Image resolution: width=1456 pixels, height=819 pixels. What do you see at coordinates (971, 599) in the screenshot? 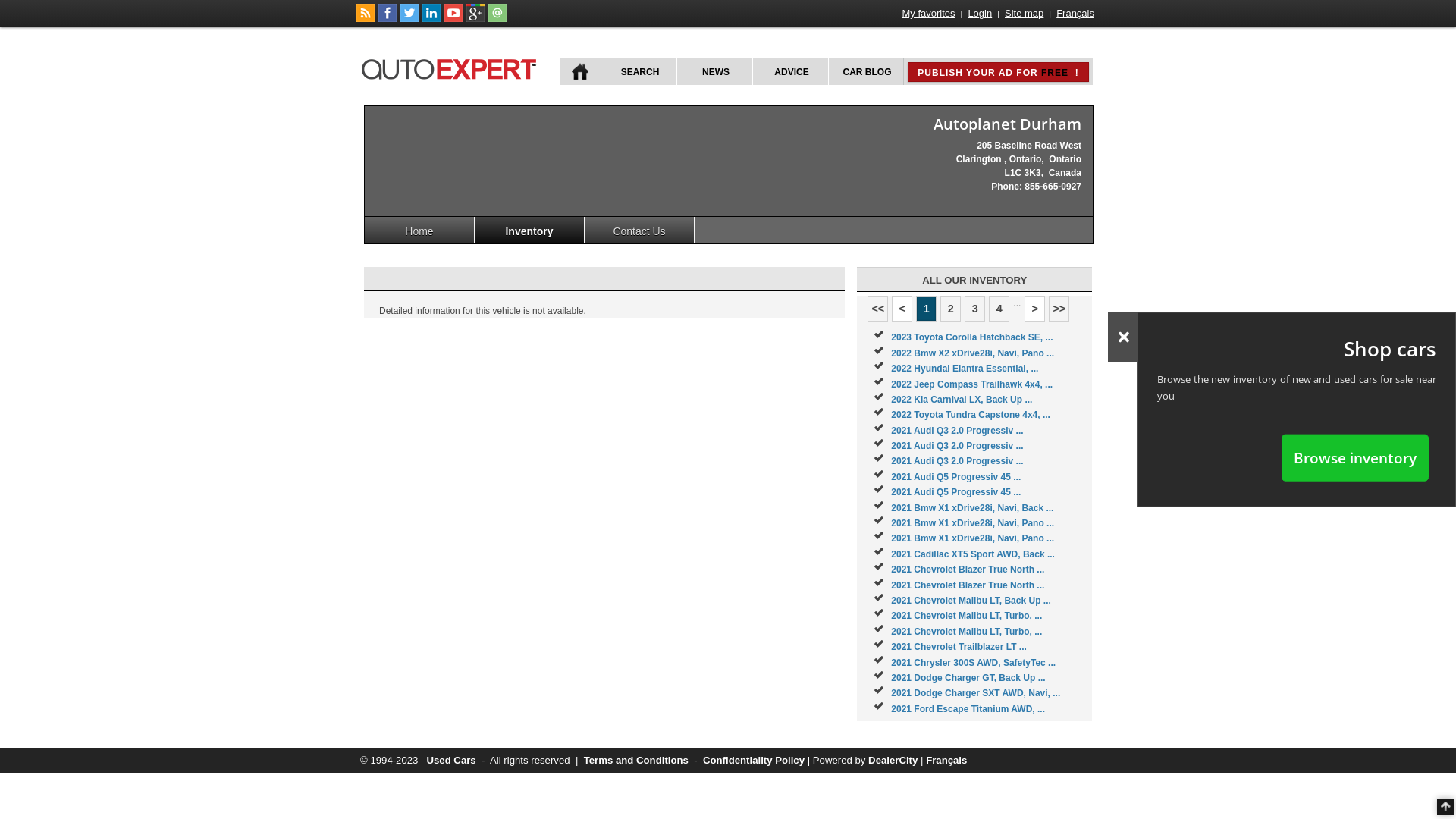
I see `'2021 Chevrolet Malibu LT, Back Up ...'` at bounding box center [971, 599].